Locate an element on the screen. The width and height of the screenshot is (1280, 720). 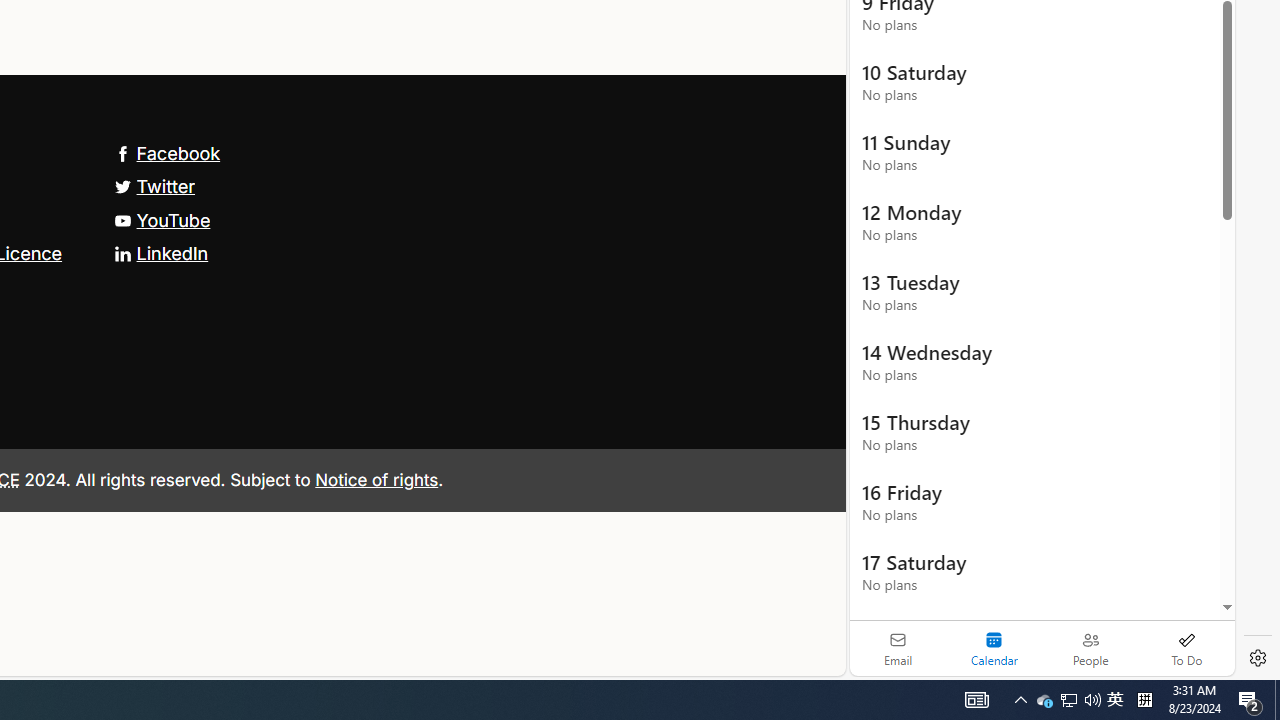
'To Do' is located at coordinates (1186, 648).